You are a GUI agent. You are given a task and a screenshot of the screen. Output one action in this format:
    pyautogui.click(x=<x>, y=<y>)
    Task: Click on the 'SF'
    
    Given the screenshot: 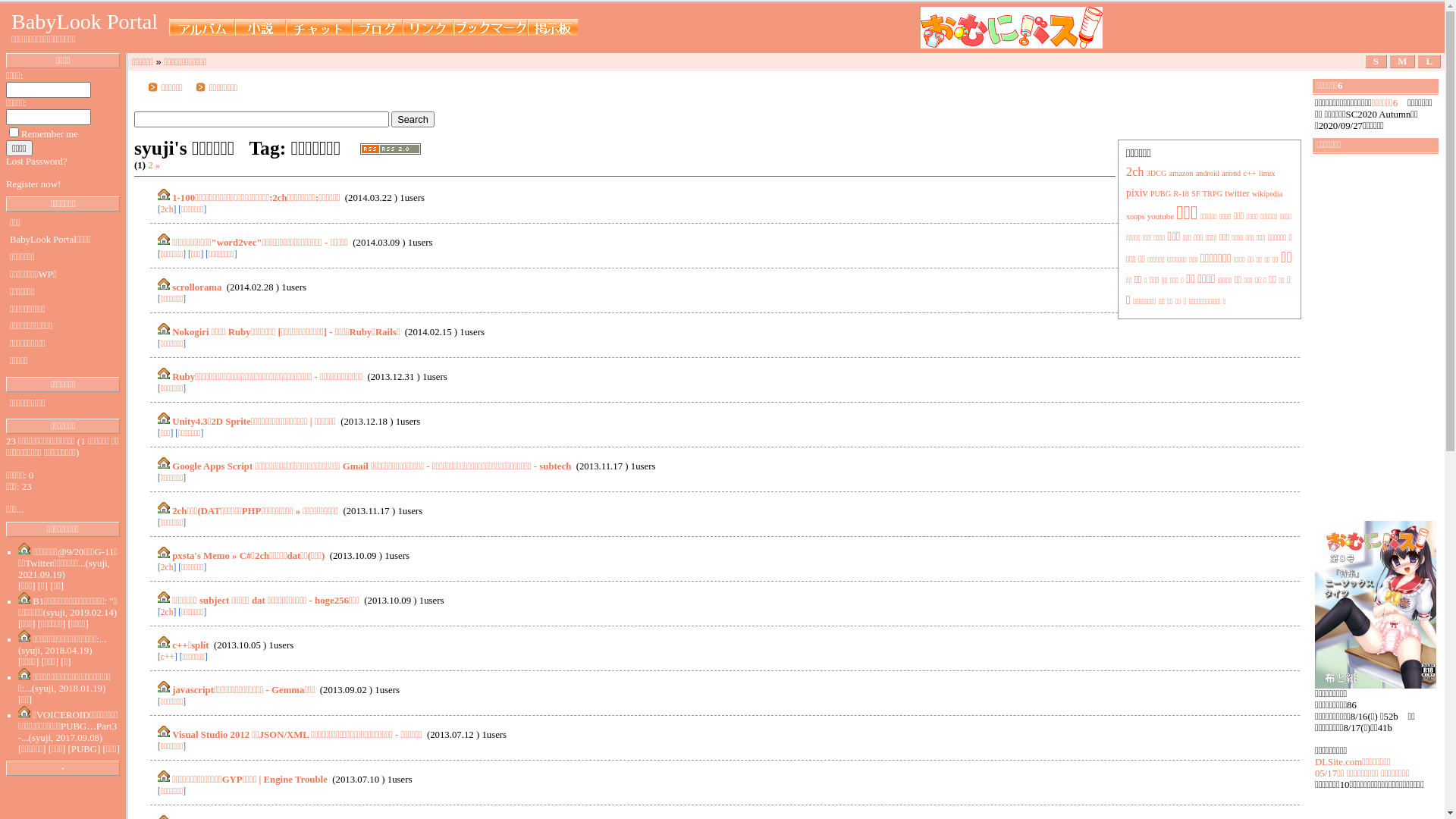 What is the action you would take?
    pyautogui.click(x=1190, y=193)
    